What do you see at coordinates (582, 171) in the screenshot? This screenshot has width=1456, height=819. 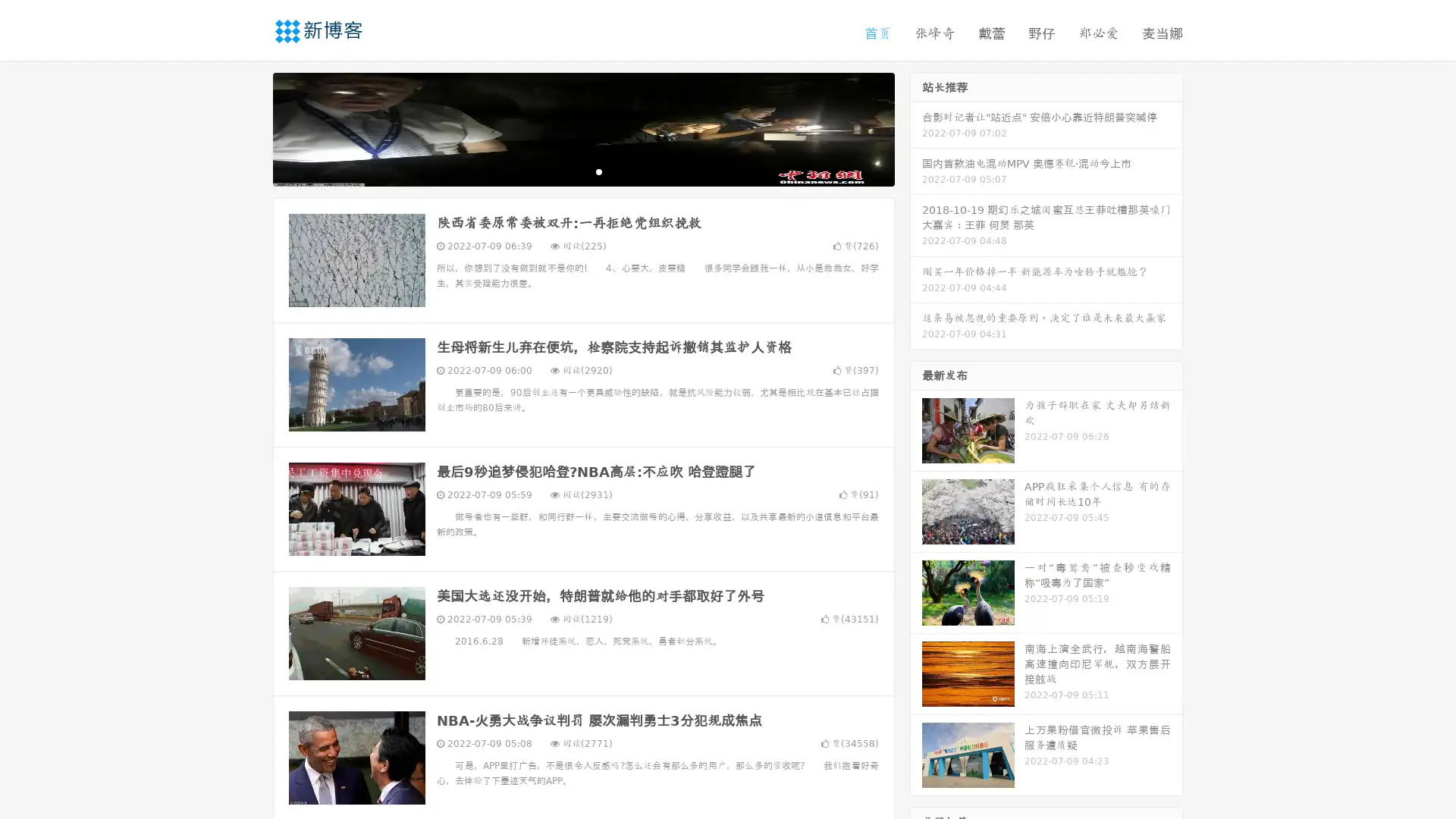 I see `Go to slide 2` at bounding box center [582, 171].